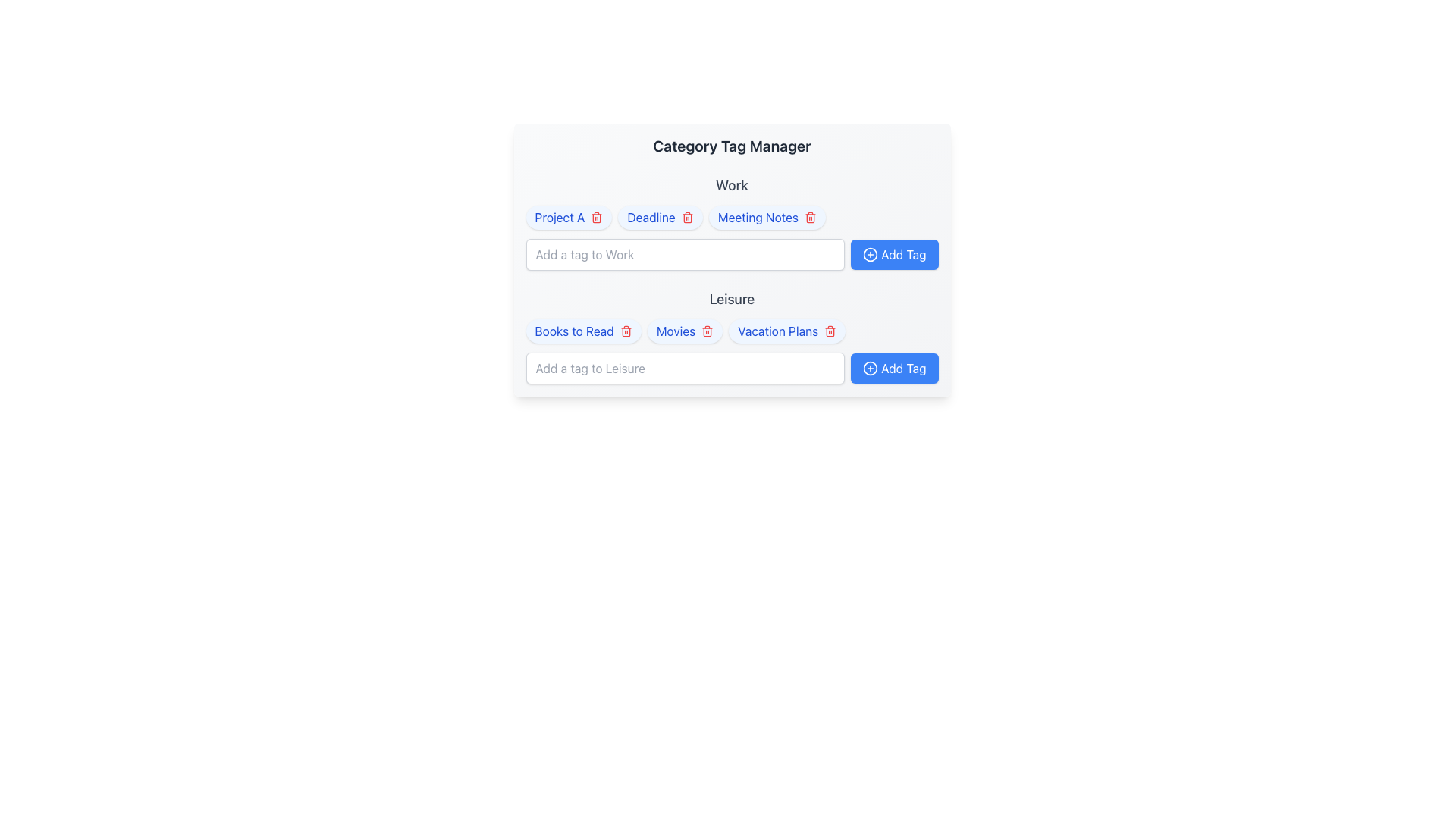 The width and height of the screenshot is (1456, 819). I want to click on the Icon Button that deletes the 'Meeting Notes' tag, located next to the 'Meeting Notes' text under the 'Work' category, so click(809, 217).